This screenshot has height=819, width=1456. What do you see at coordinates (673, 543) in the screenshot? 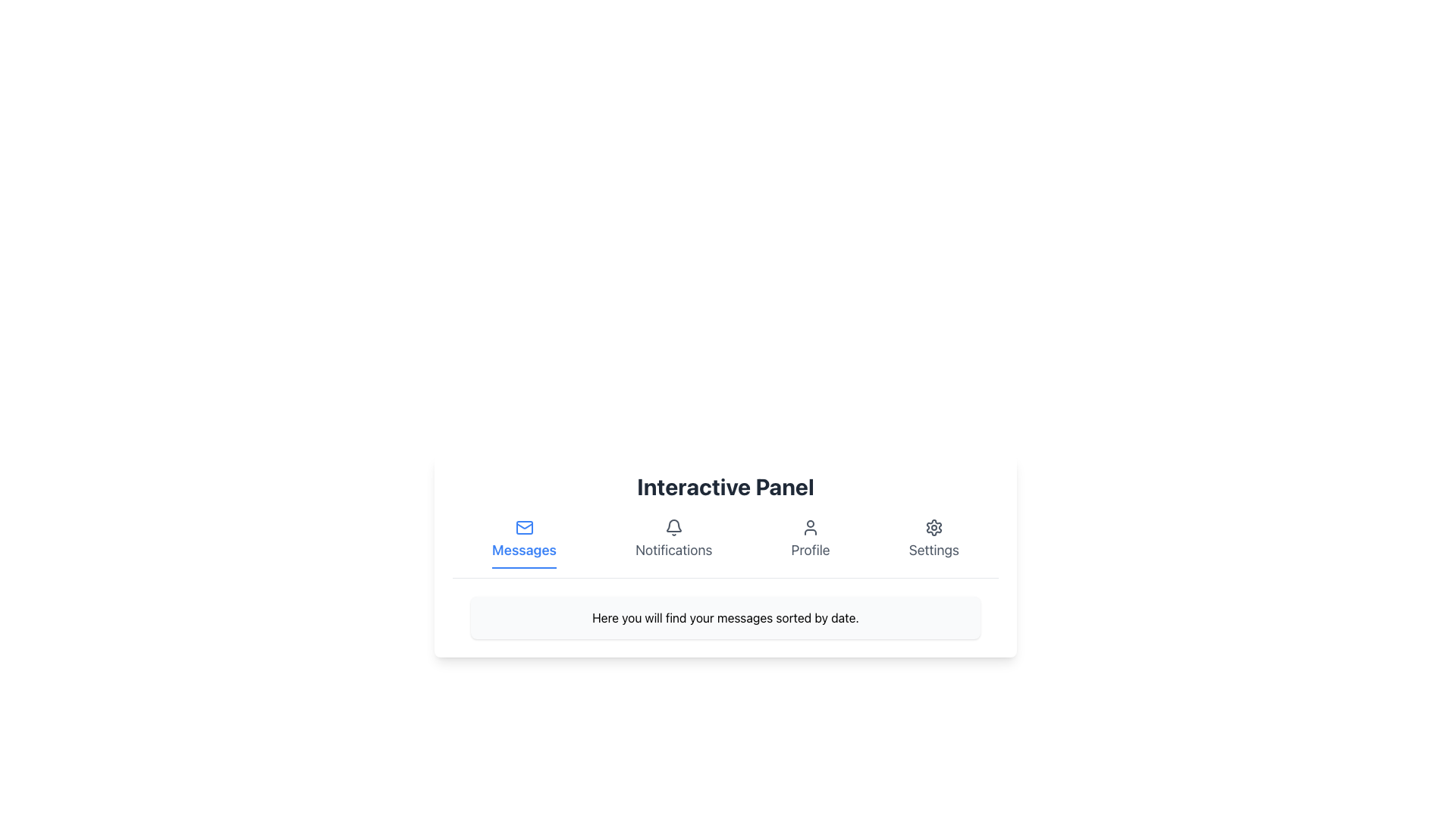
I see `the notifications button located between the 'Messages' and 'Profile' buttons on the horizontal menu bar below the 'Interactive Panel' header` at bounding box center [673, 543].